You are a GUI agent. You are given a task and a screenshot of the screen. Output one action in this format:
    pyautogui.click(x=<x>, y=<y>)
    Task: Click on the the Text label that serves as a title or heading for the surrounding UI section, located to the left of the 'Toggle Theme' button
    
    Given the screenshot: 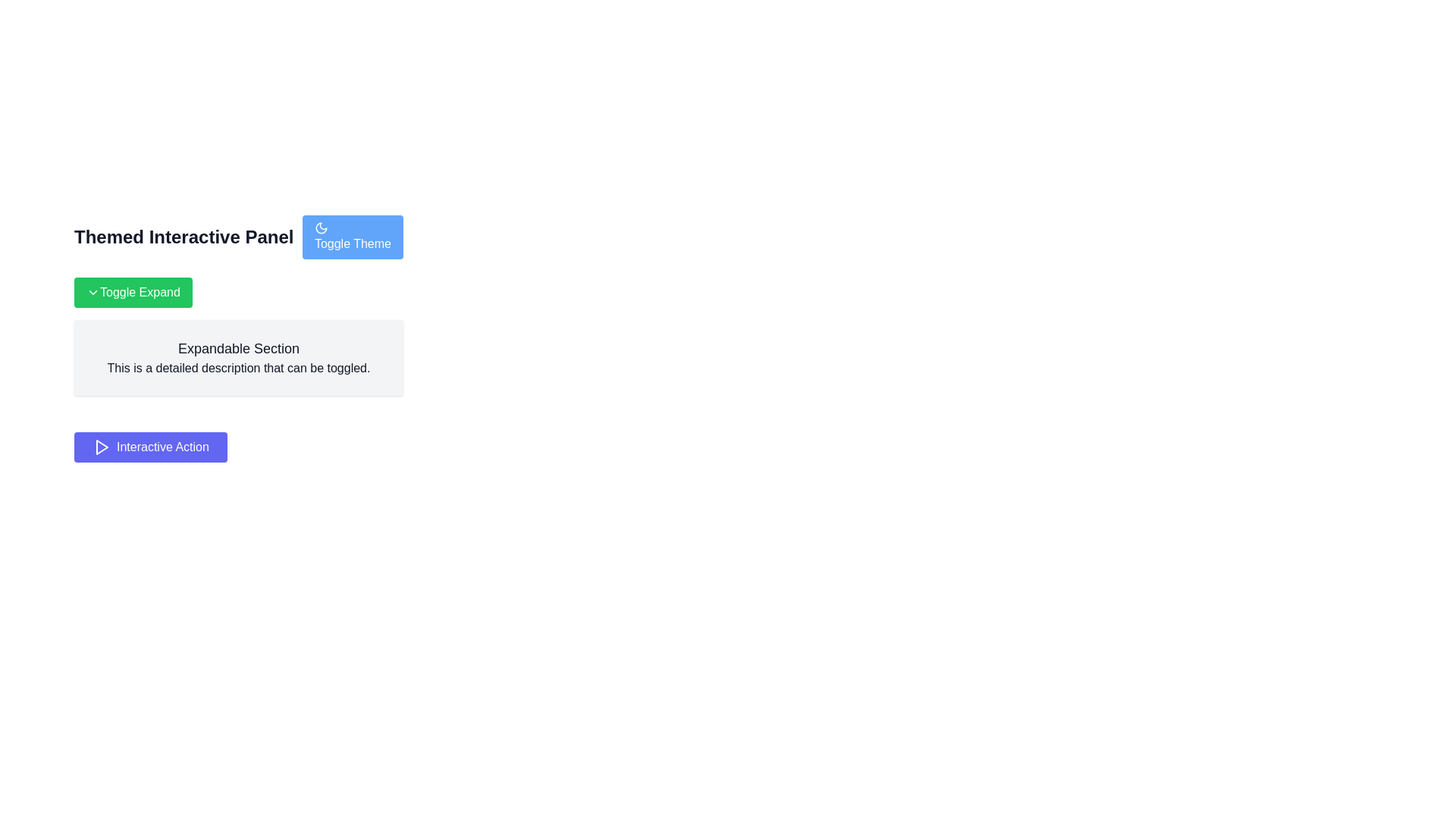 What is the action you would take?
    pyautogui.click(x=183, y=237)
    